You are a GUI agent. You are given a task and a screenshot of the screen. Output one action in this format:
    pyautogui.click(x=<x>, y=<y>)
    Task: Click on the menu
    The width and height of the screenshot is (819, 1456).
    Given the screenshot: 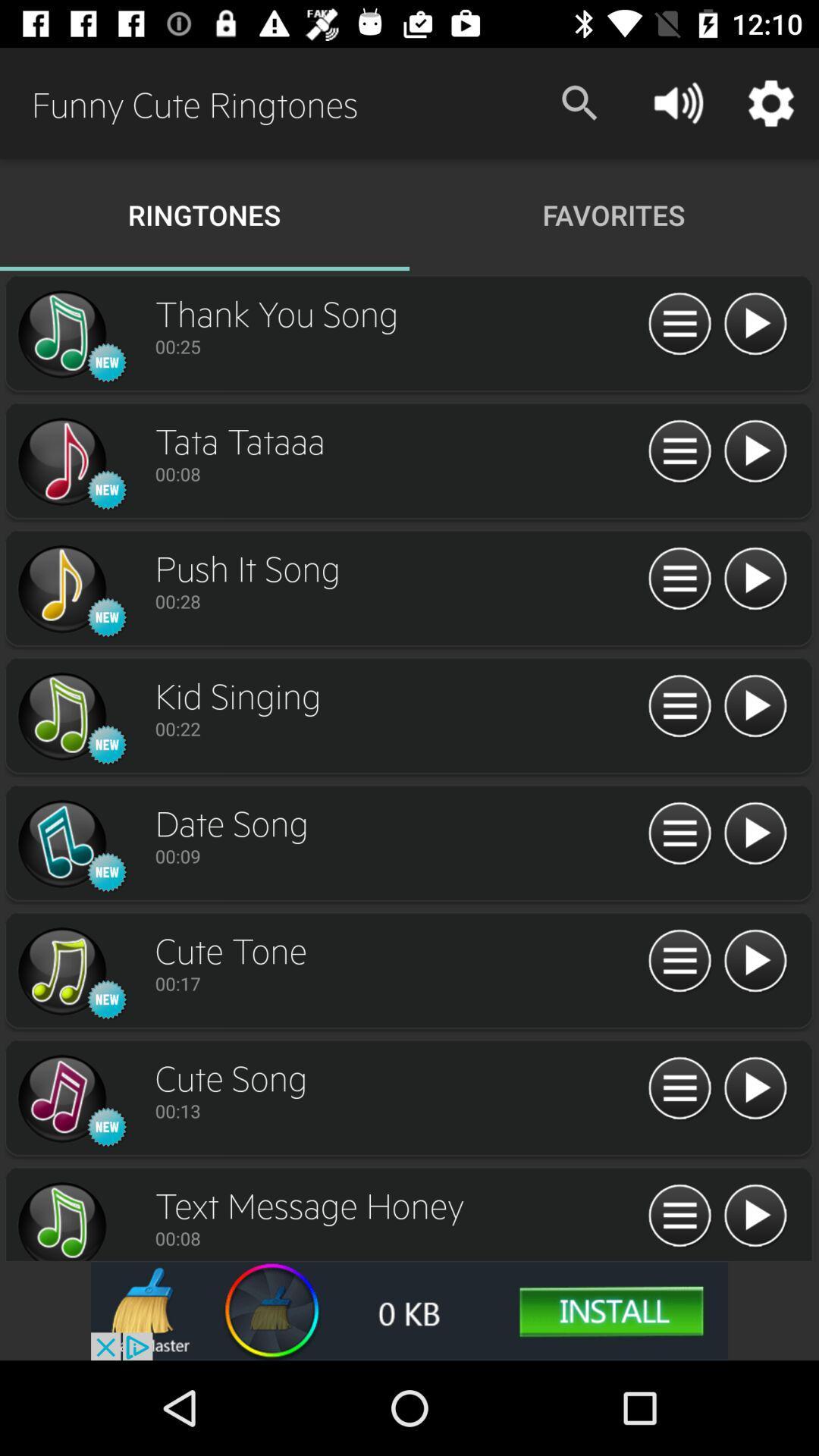 What is the action you would take?
    pyautogui.click(x=679, y=1088)
    